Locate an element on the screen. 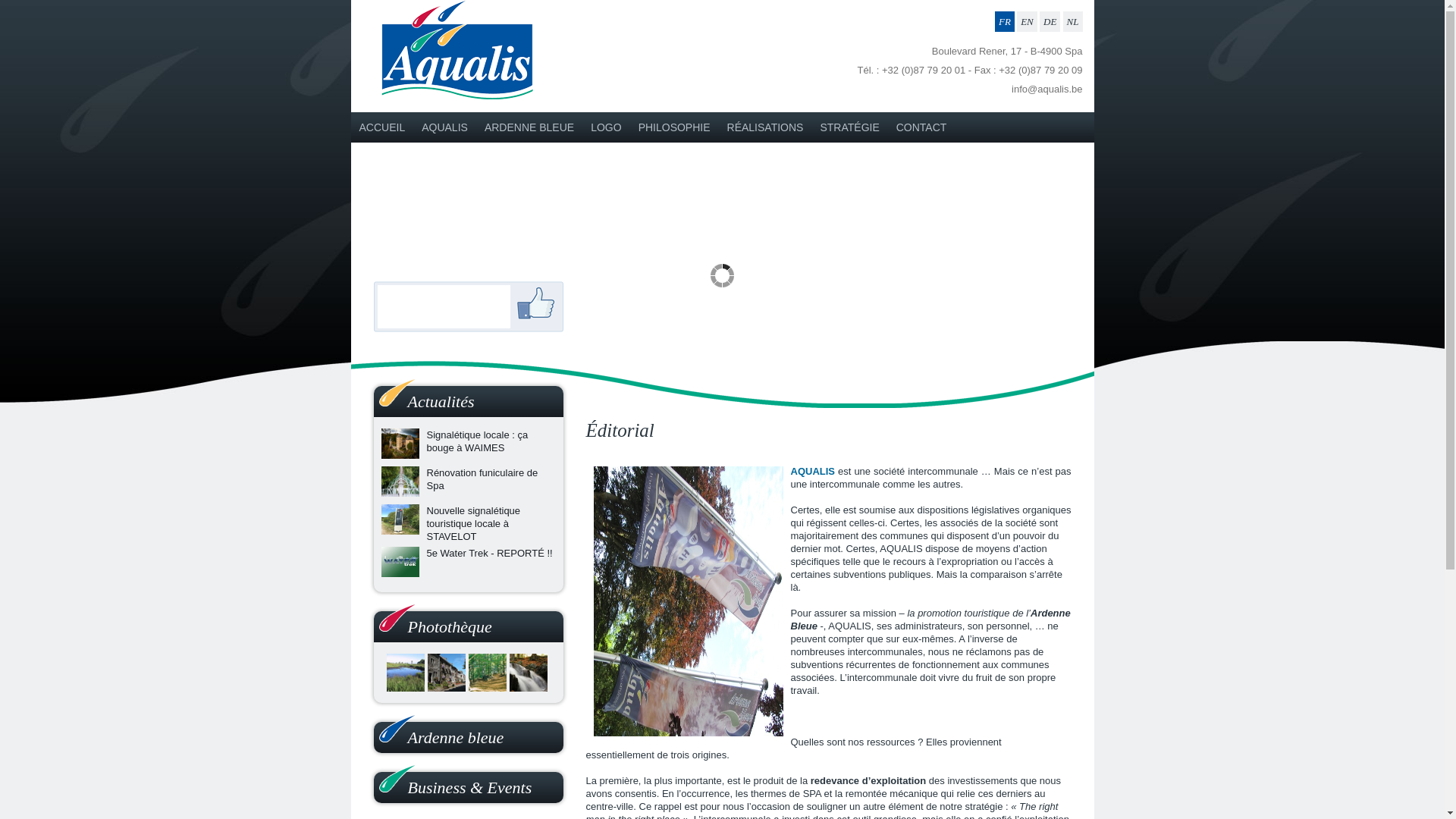 The image size is (1456, 819). 'Business & Events' is located at coordinates (407, 786).